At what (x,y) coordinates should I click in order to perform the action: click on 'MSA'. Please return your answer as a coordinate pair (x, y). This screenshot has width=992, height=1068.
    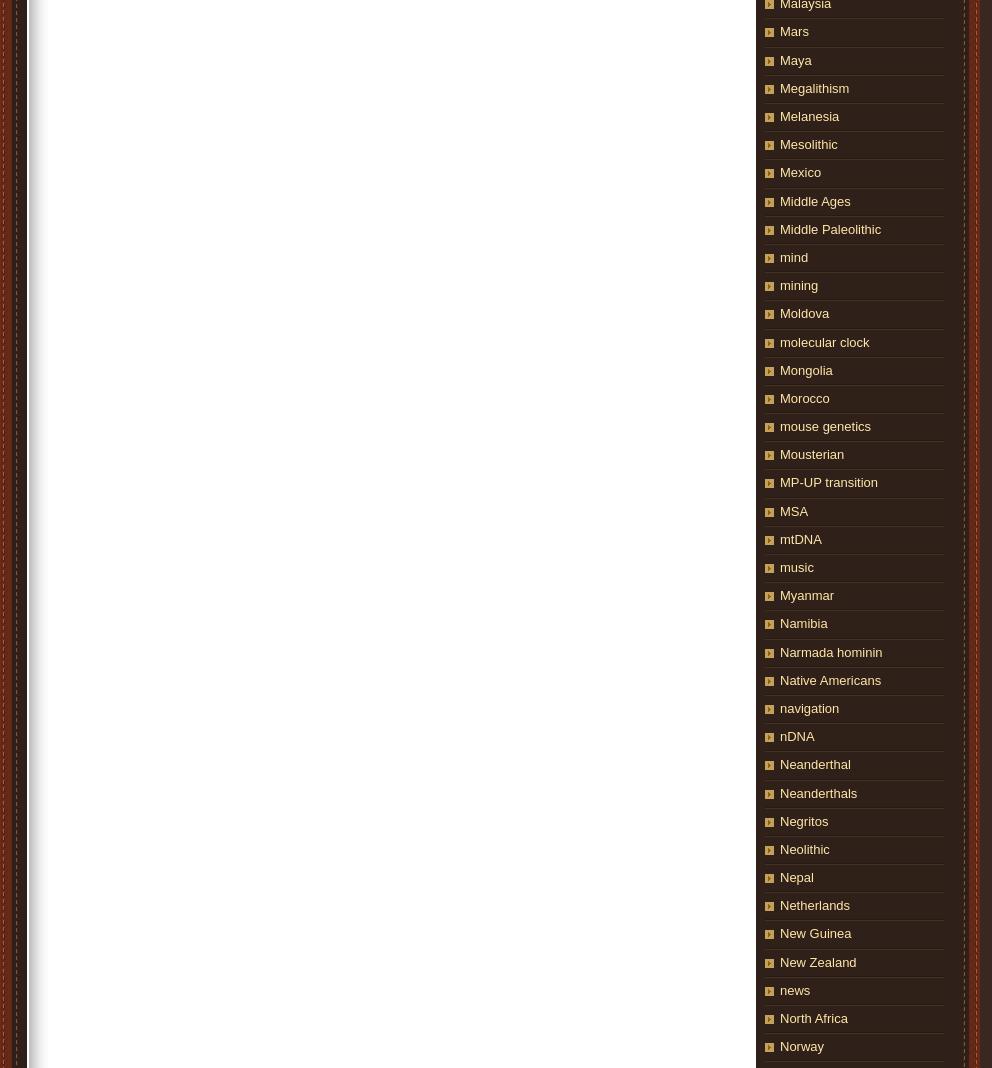
    Looking at the image, I should click on (793, 510).